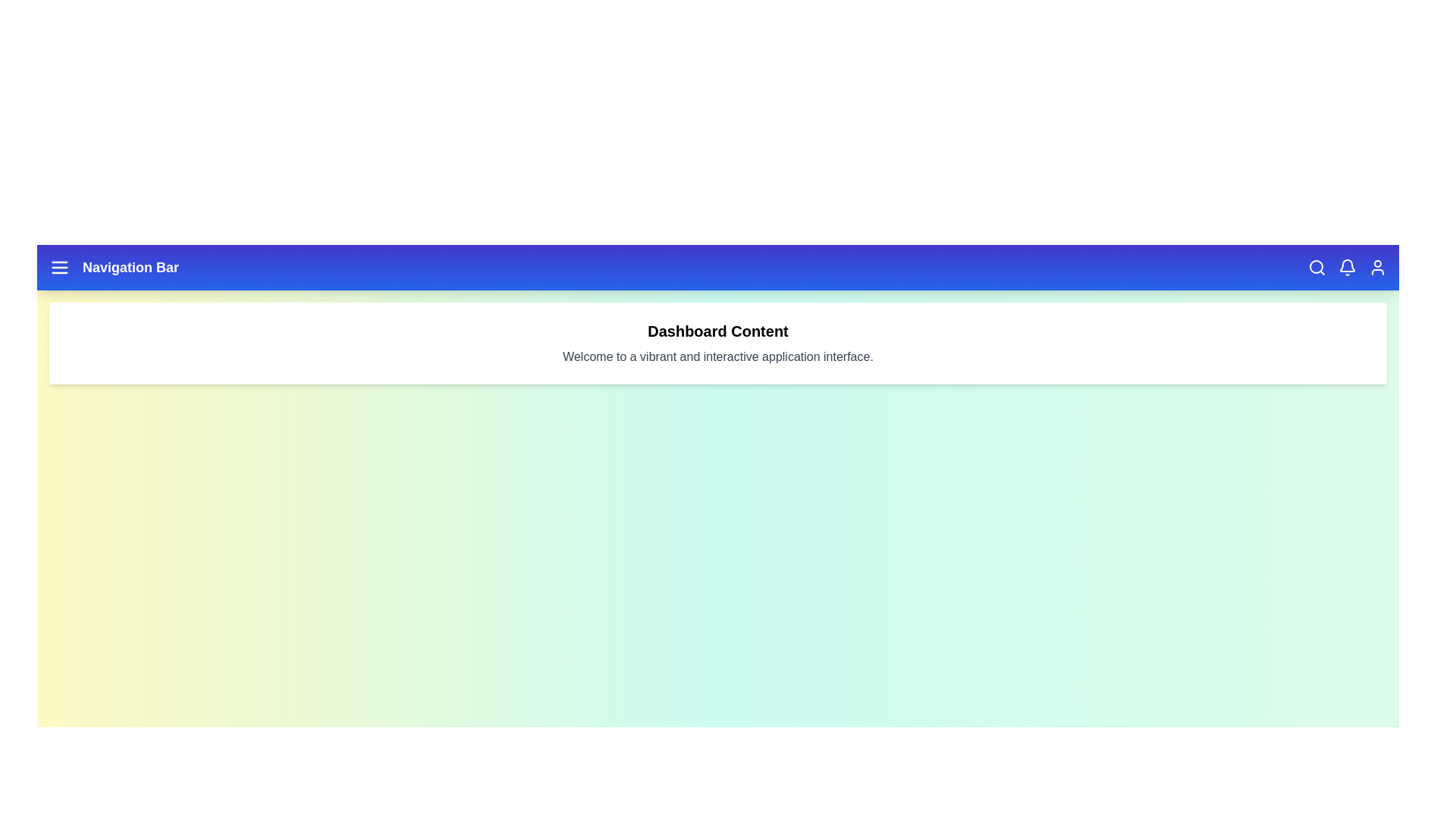 Image resolution: width=1456 pixels, height=819 pixels. I want to click on the search icon to initiate a search, so click(1316, 267).